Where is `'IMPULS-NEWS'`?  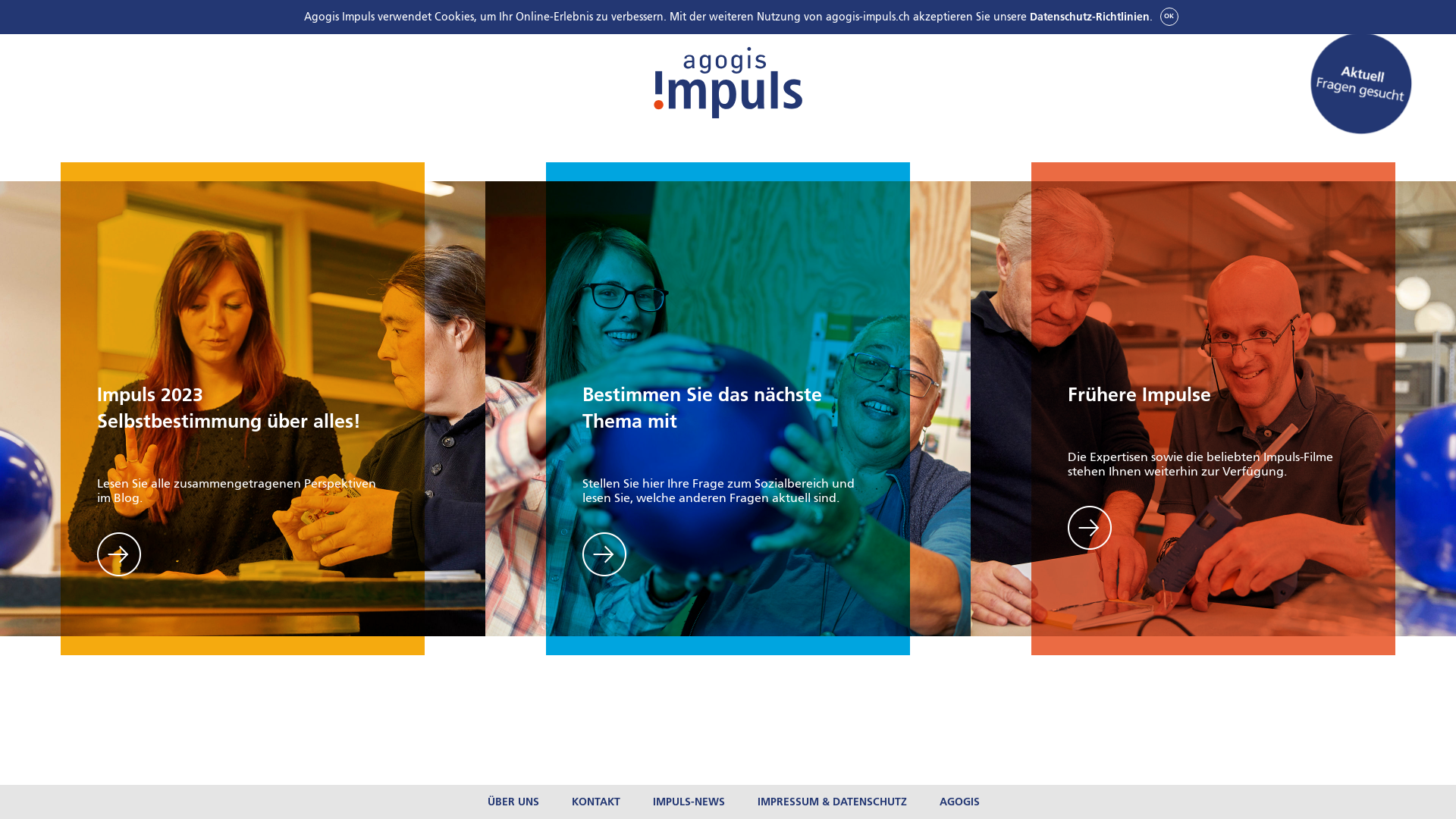
'IMPULS-NEWS' is located at coordinates (688, 801).